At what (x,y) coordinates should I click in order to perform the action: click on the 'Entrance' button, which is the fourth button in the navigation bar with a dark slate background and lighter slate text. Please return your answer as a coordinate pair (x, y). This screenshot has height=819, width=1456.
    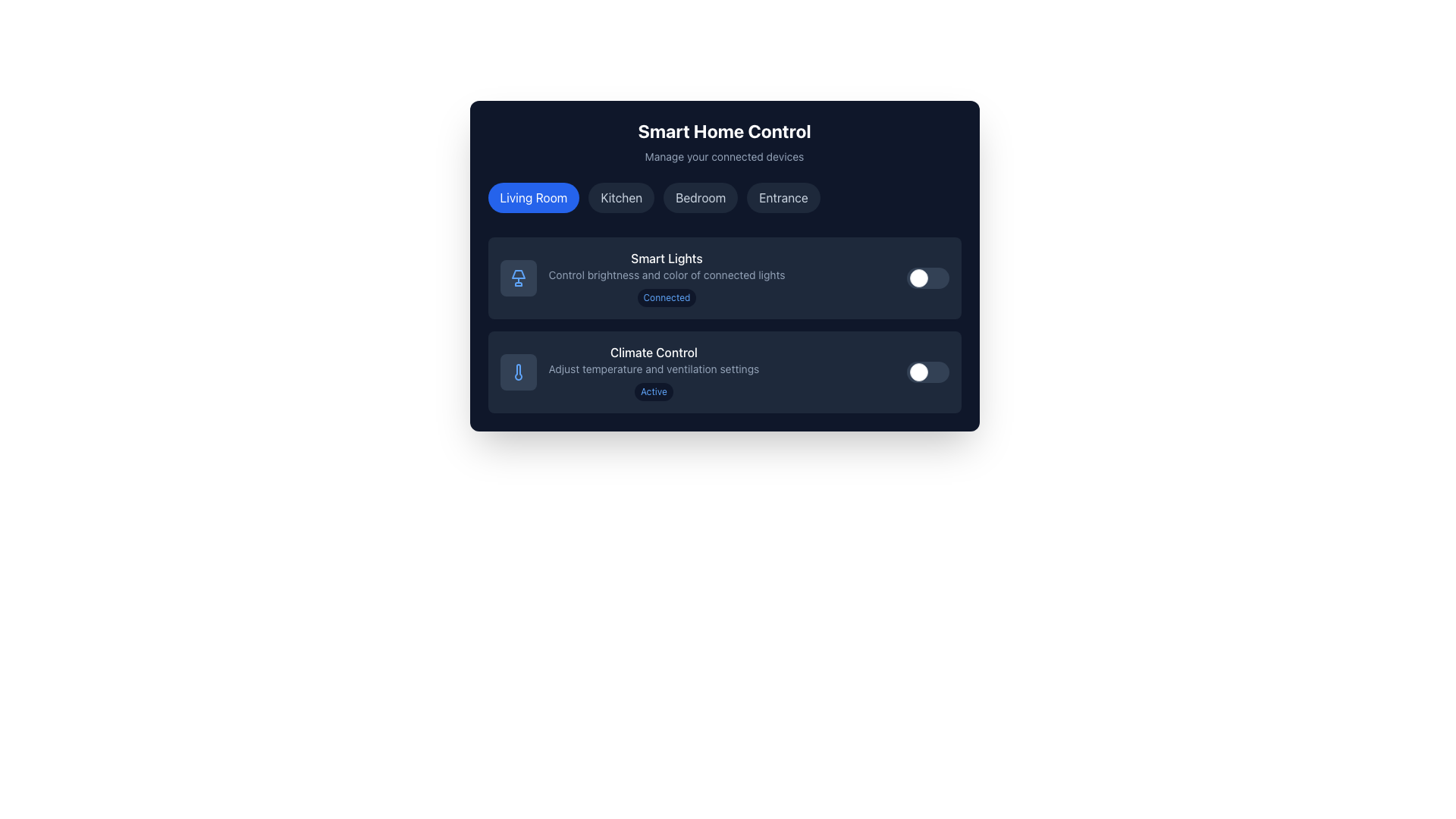
    Looking at the image, I should click on (783, 197).